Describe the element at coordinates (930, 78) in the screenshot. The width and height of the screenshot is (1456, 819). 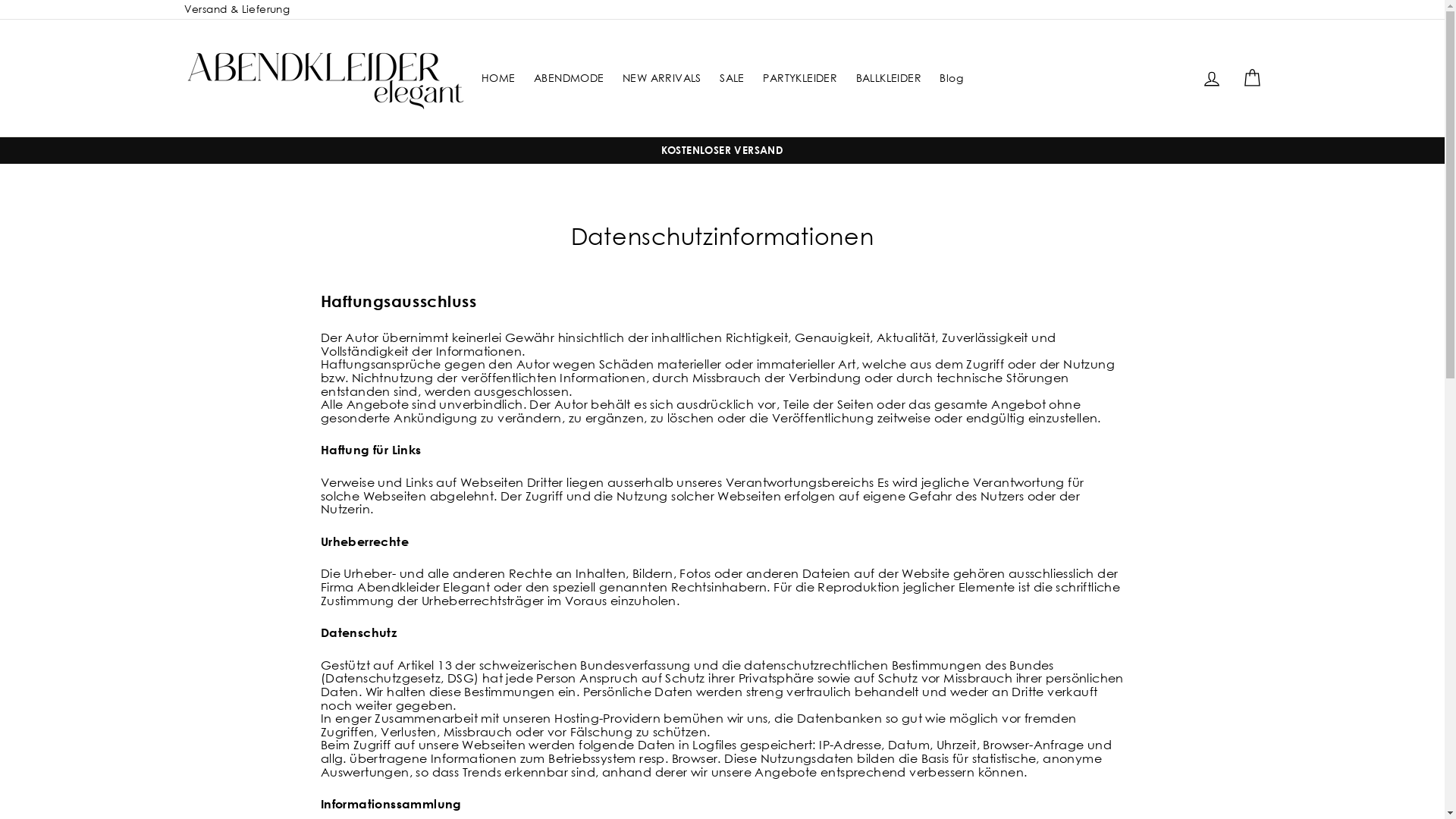
I see `'Blog'` at that location.